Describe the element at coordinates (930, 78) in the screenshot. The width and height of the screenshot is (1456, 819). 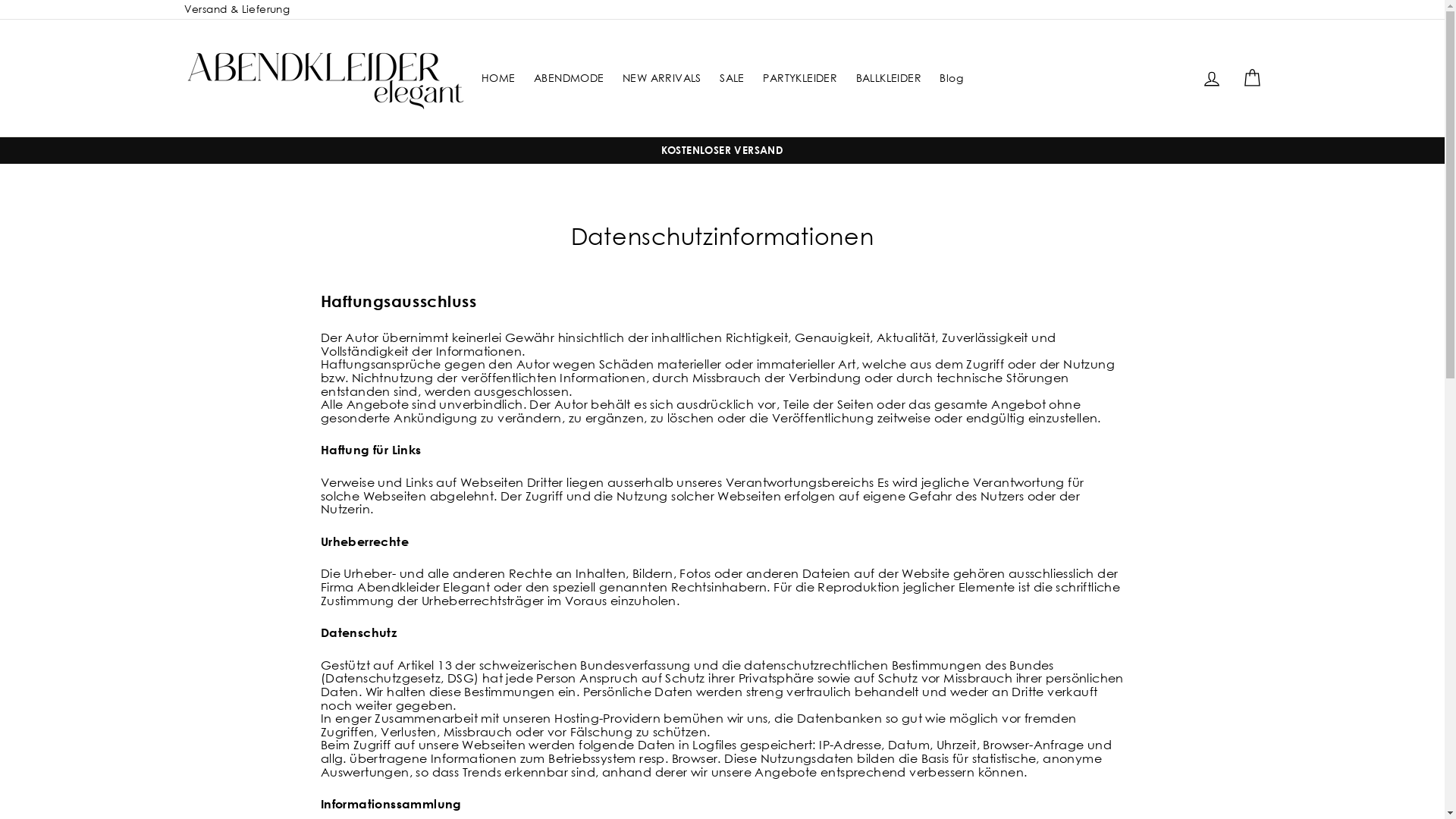
I see `'Blog'` at that location.